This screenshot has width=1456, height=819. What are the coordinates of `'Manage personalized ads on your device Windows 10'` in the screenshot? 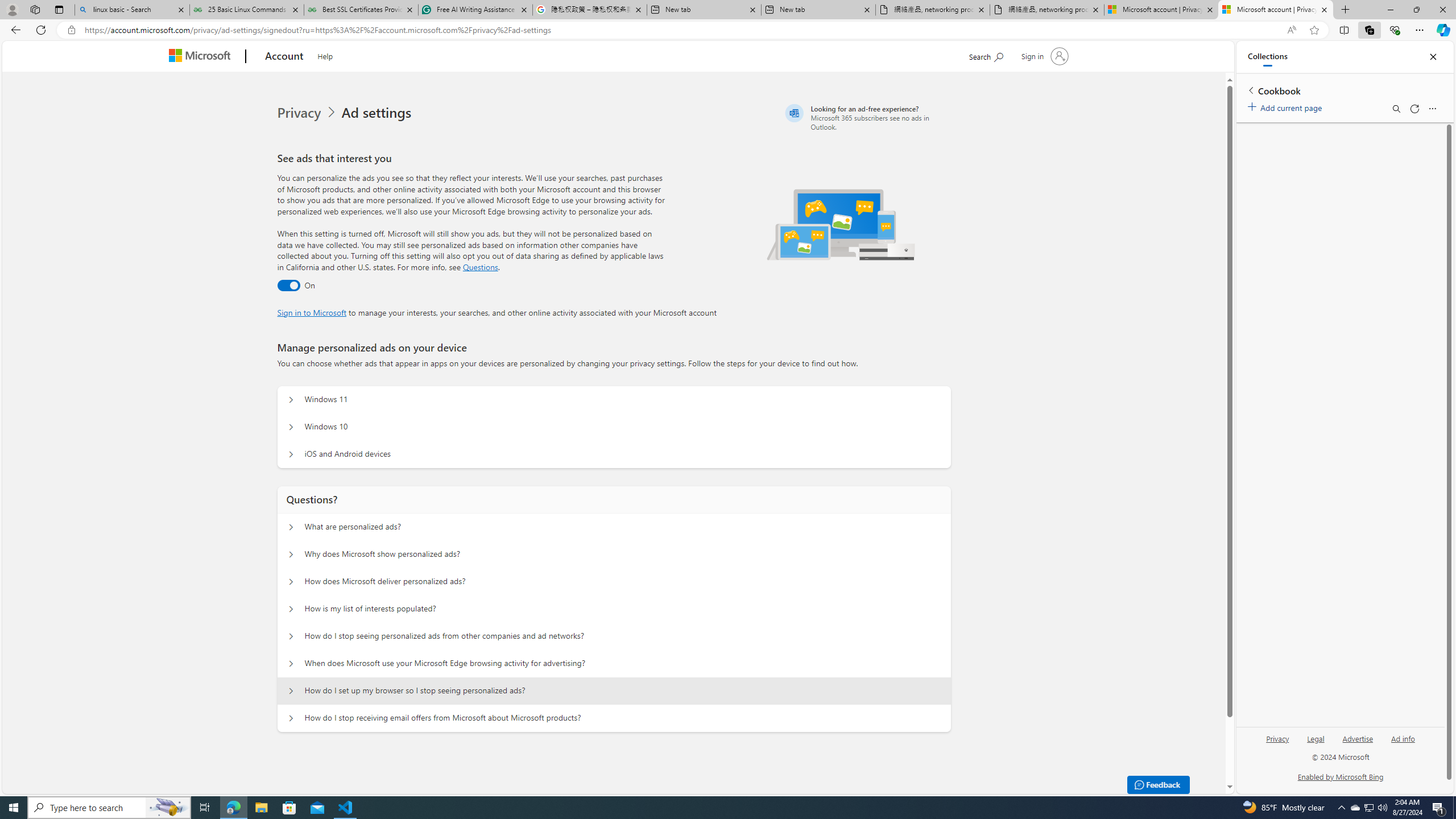 It's located at (289, 427).